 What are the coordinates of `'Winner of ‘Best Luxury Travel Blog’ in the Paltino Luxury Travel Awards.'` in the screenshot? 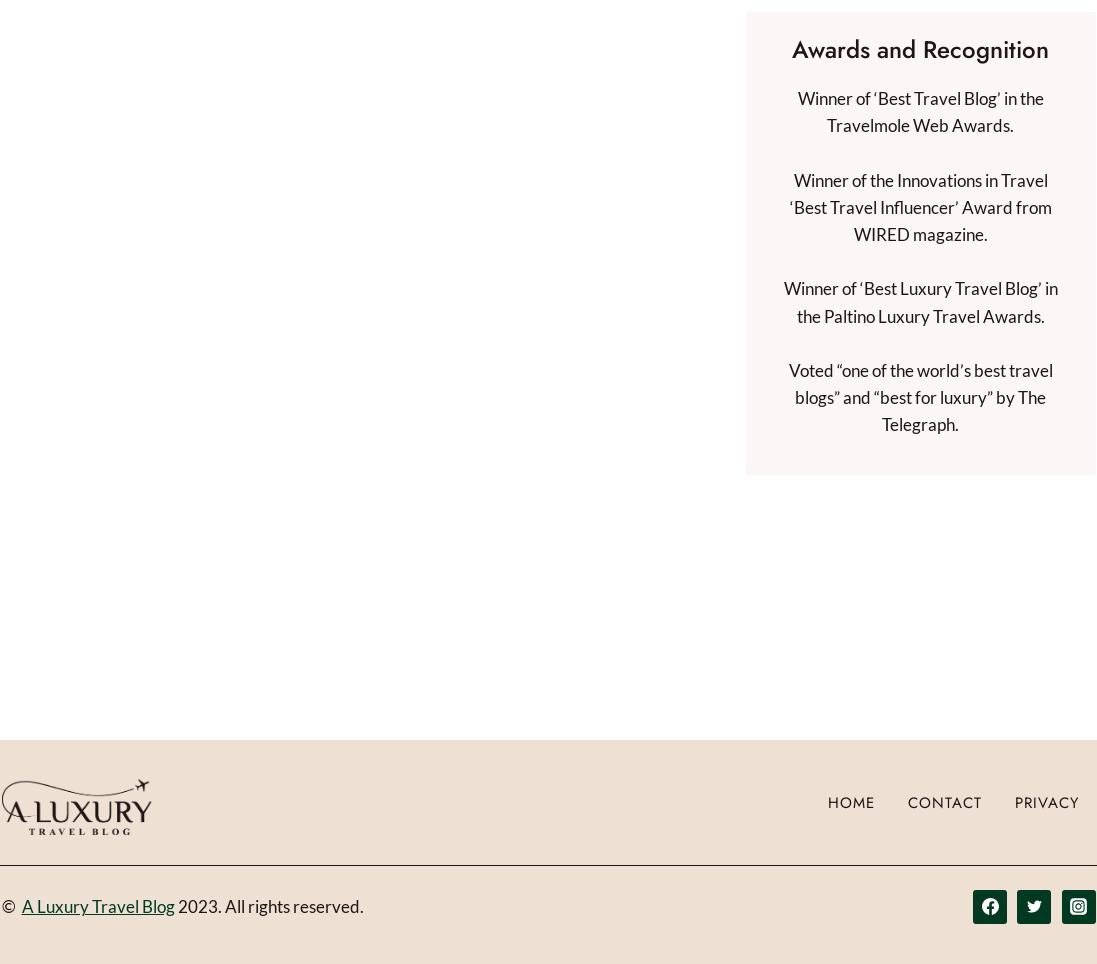 It's located at (783, 302).